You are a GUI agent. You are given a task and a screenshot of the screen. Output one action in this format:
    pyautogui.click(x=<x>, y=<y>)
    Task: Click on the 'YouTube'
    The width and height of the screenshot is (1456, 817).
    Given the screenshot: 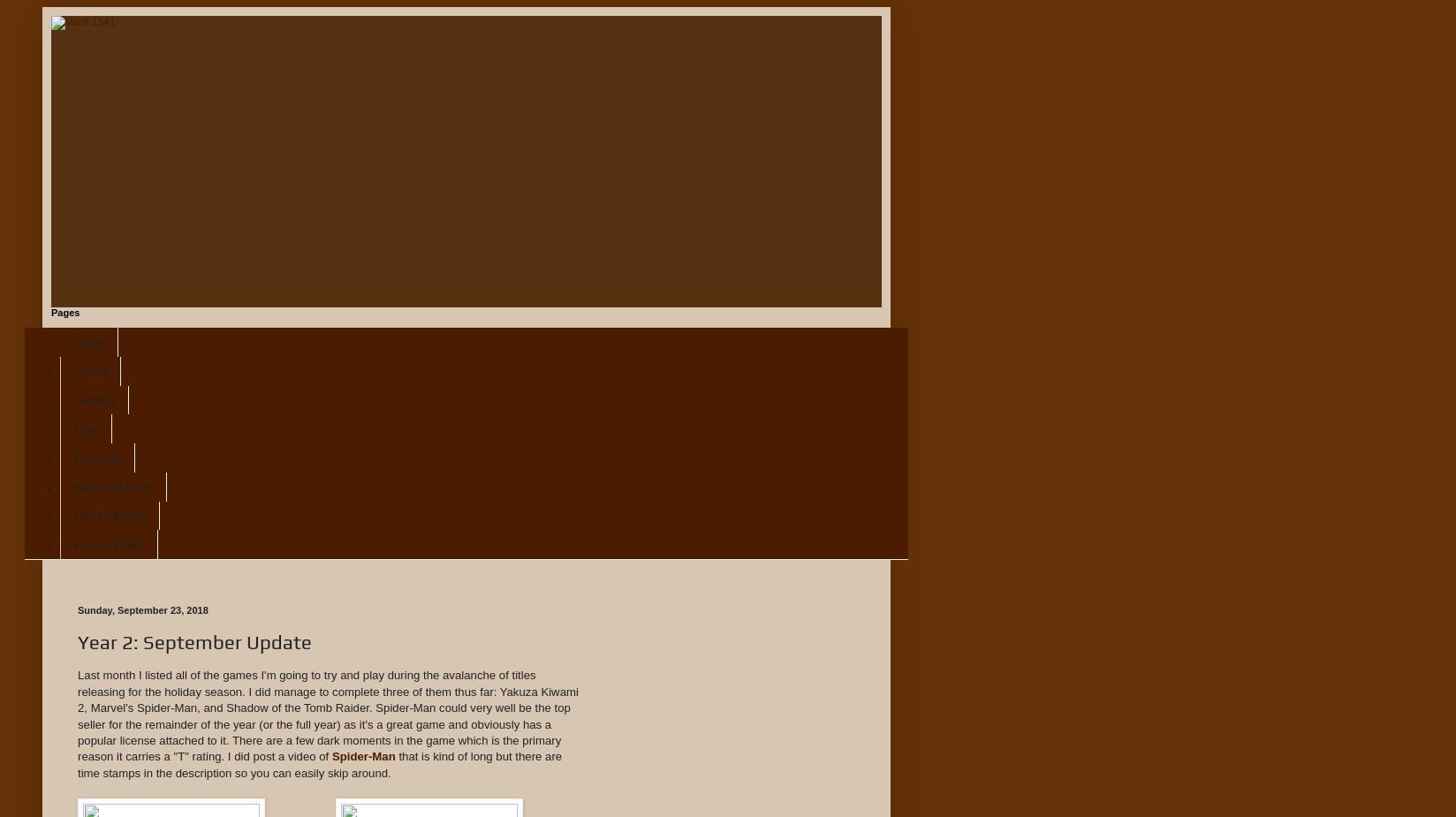 What is the action you would take?
    pyautogui.click(x=97, y=458)
    